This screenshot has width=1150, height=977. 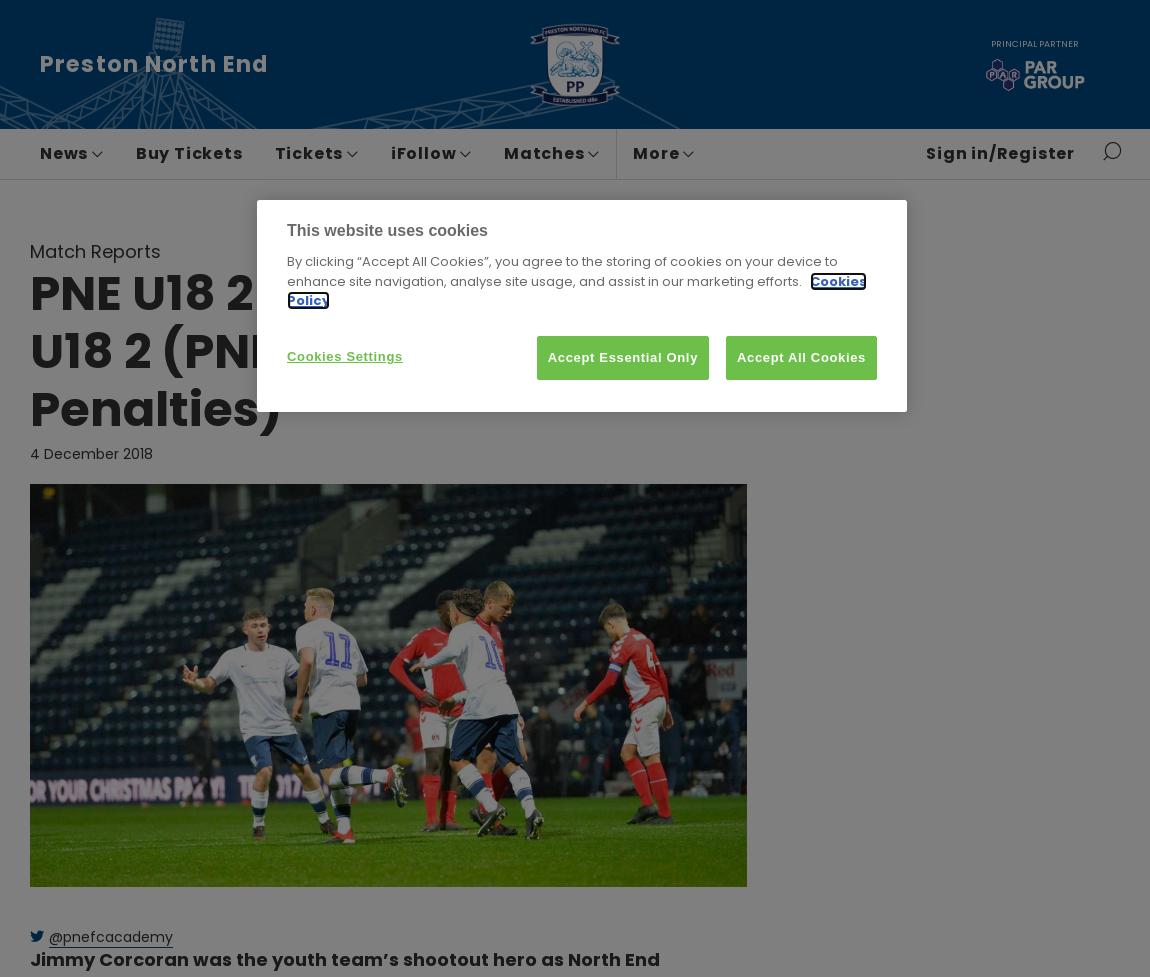 What do you see at coordinates (152, 63) in the screenshot?
I see `'Preston North End'` at bounding box center [152, 63].